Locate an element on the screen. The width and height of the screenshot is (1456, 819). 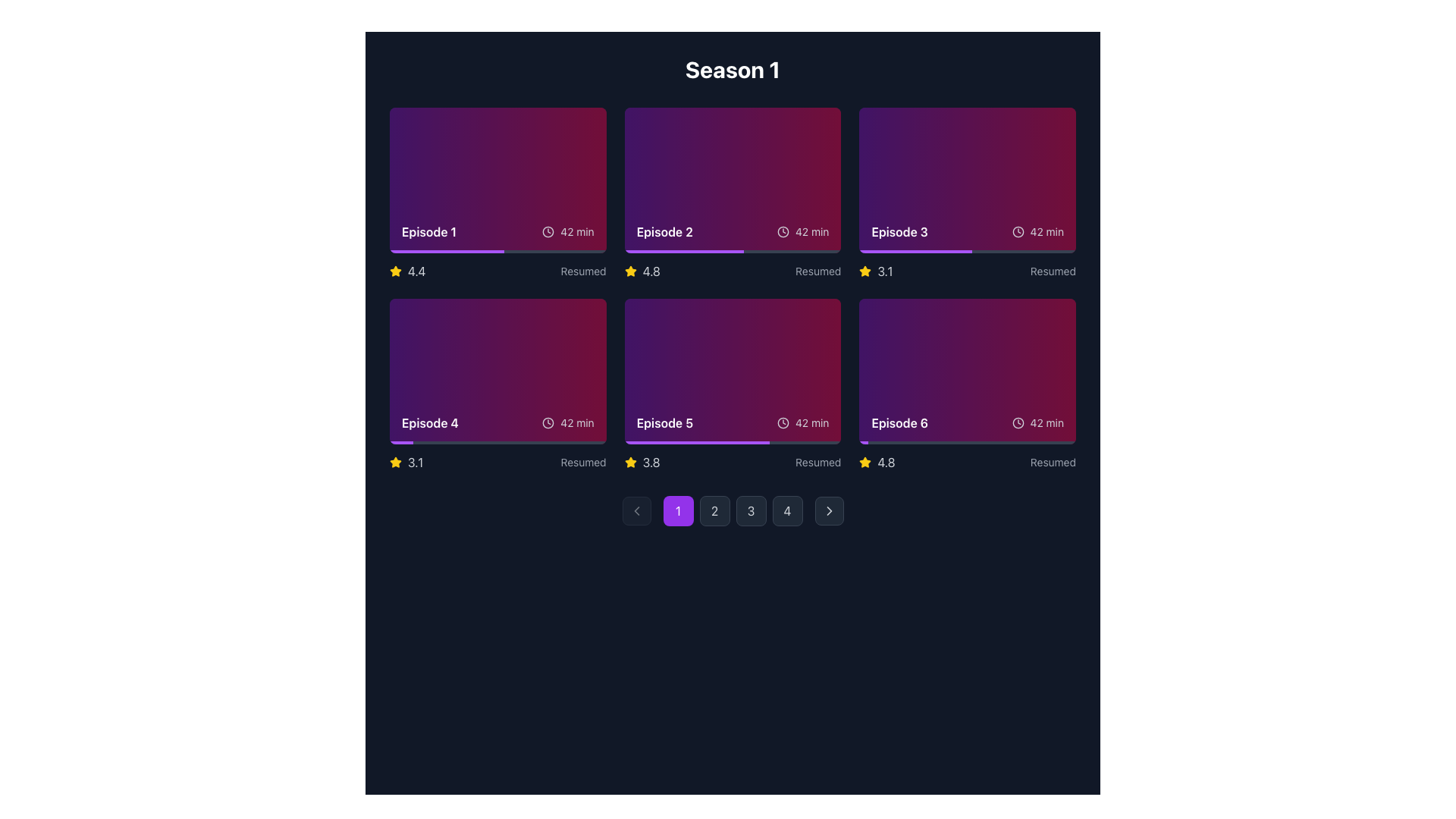
the circular shape inside the SVG graphic of the clock icon, which represents the time indicator for the 'Episode 4' item in the episode grid is located at coordinates (548, 423).